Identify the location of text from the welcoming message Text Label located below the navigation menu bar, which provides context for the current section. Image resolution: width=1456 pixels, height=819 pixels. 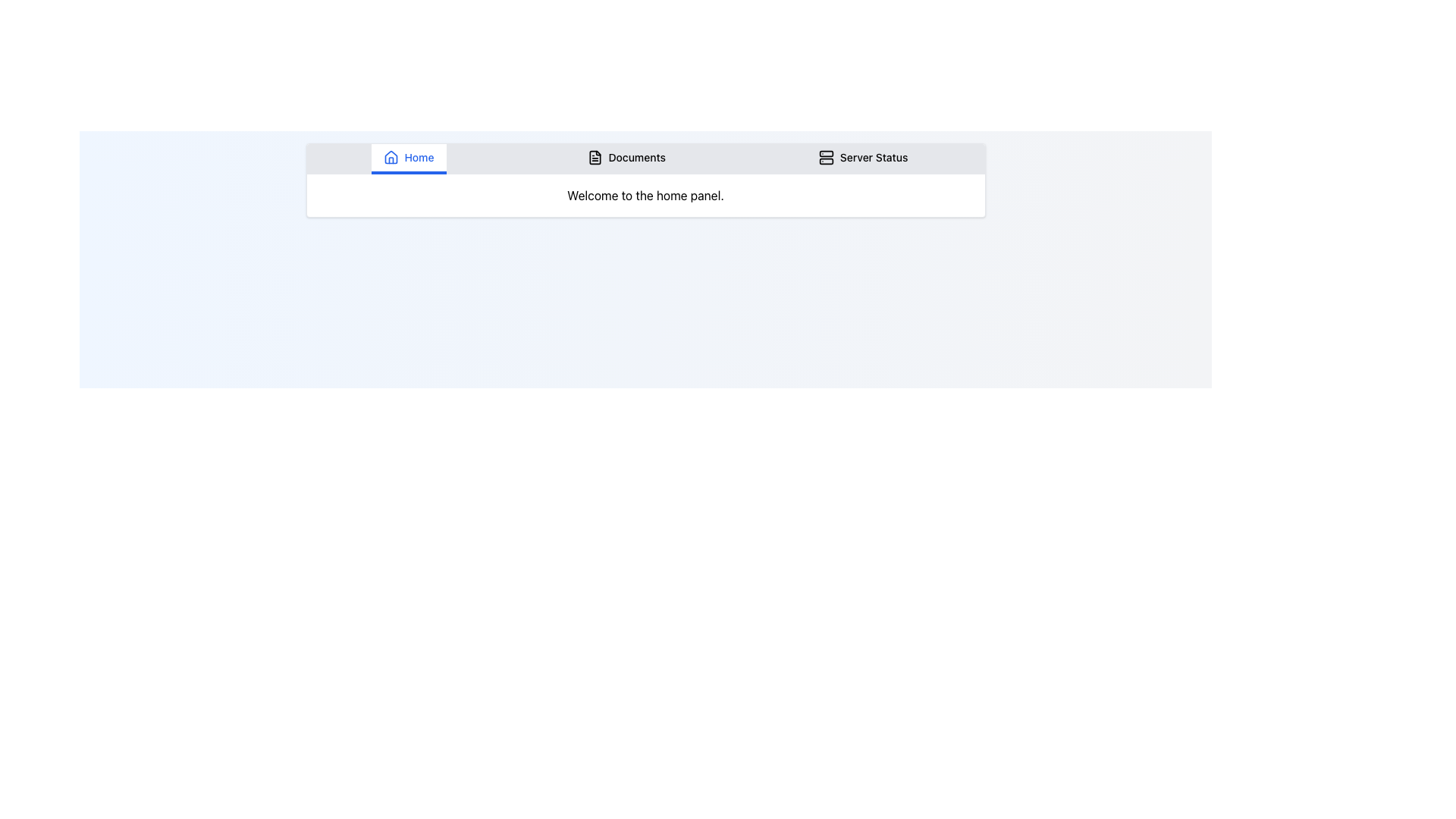
(645, 195).